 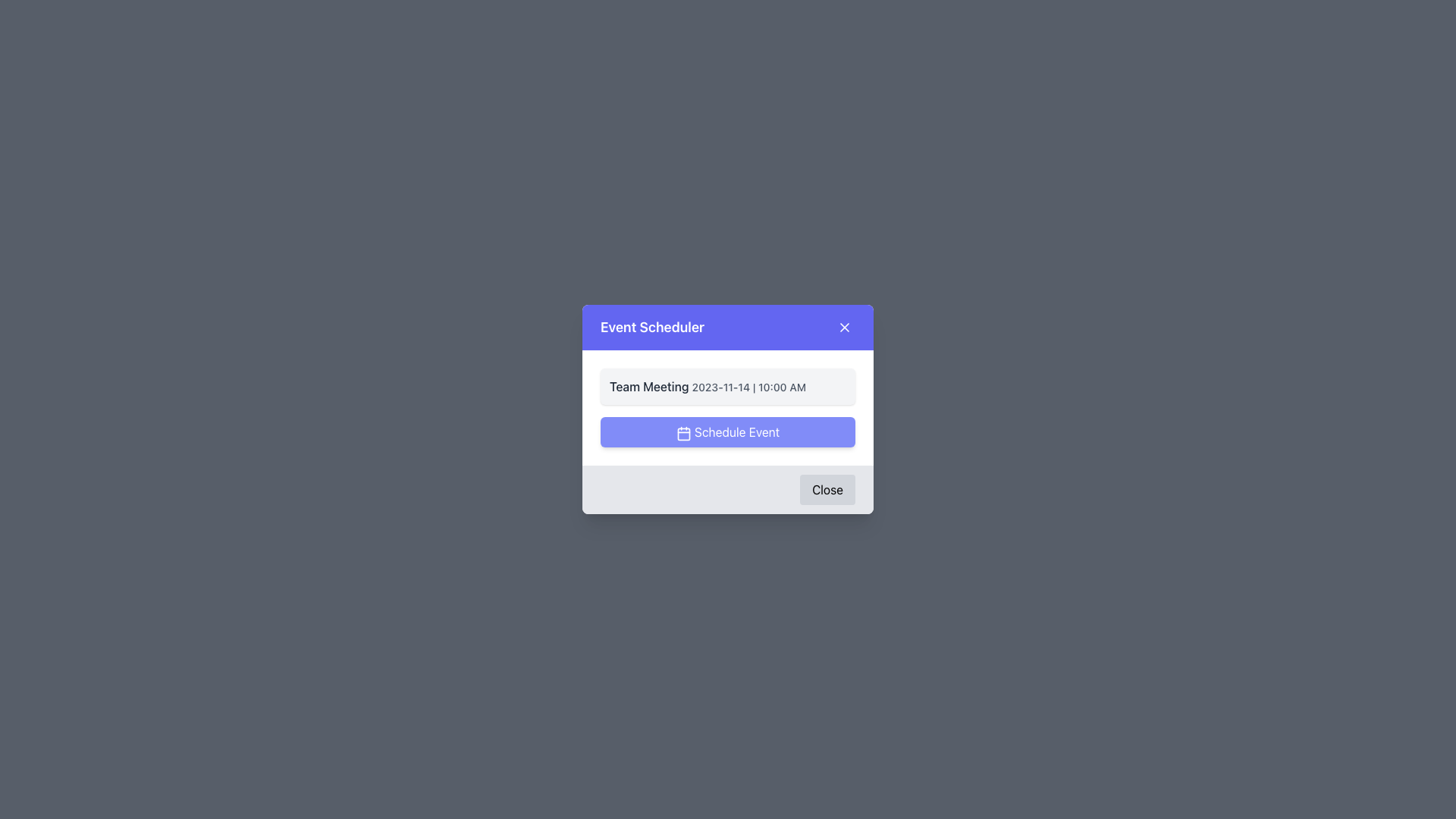 I want to click on the close button located in the top-right corner of the modal's purple header, so click(x=843, y=327).